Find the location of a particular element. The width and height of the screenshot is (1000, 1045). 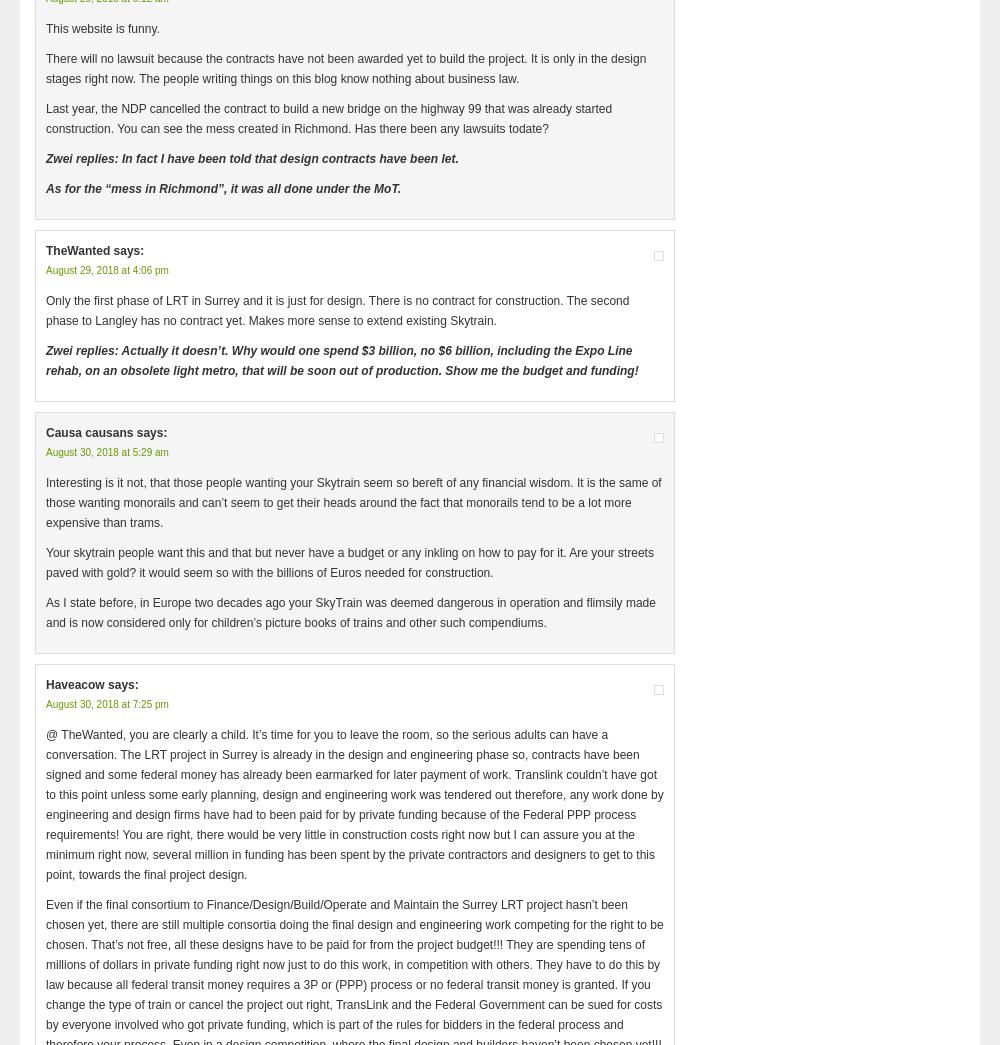

'Interesting is it not, that those people wanting your Skytrain seem so bereft of any financial wisdom. It is the same of those wanting monorails and can’t seem to get their heads around the fact that monorails tend to be a lot more expensive than trams.' is located at coordinates (46, 501).